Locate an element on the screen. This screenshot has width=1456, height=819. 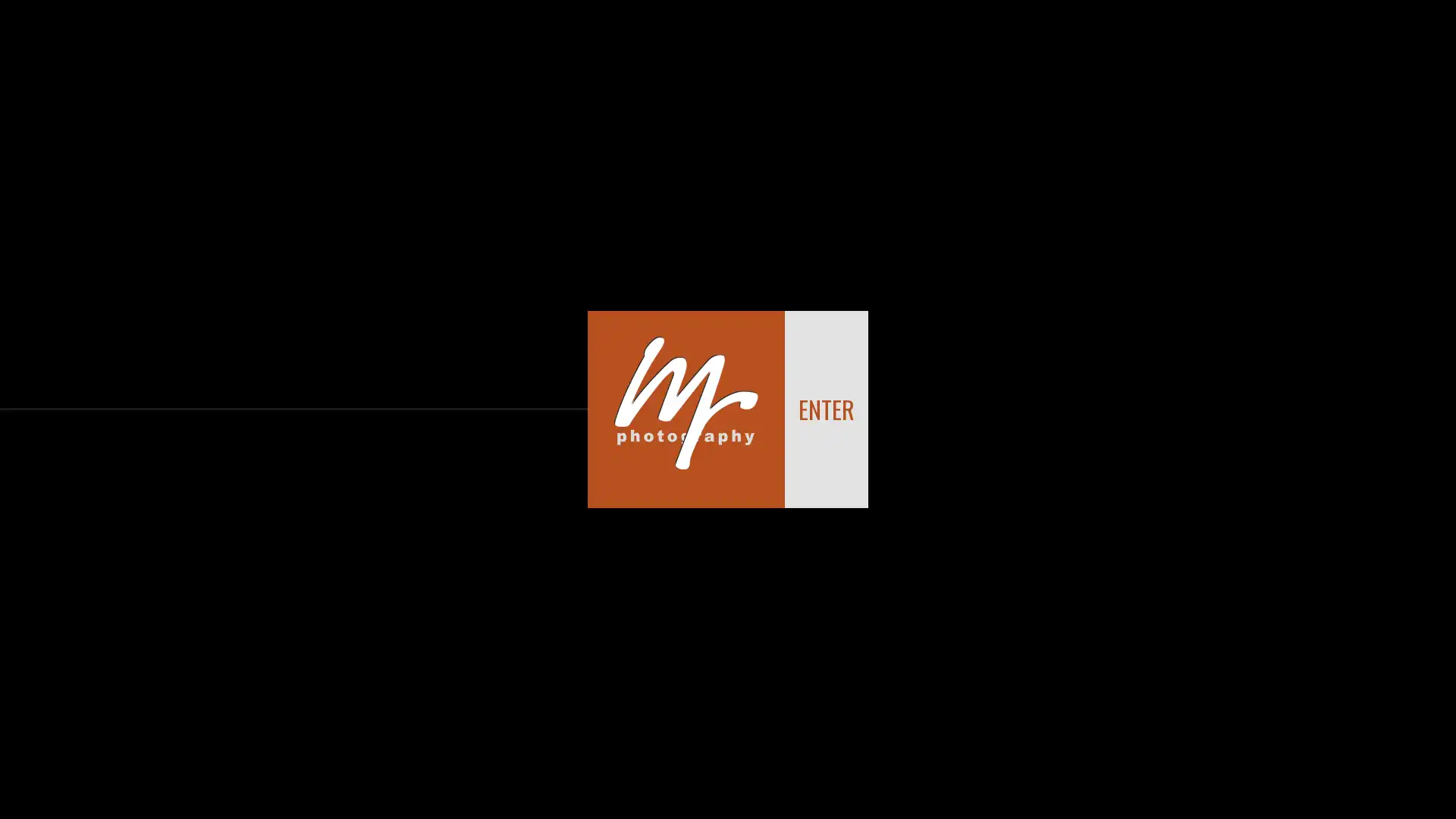
Clear is located at coordinates (482, 276).